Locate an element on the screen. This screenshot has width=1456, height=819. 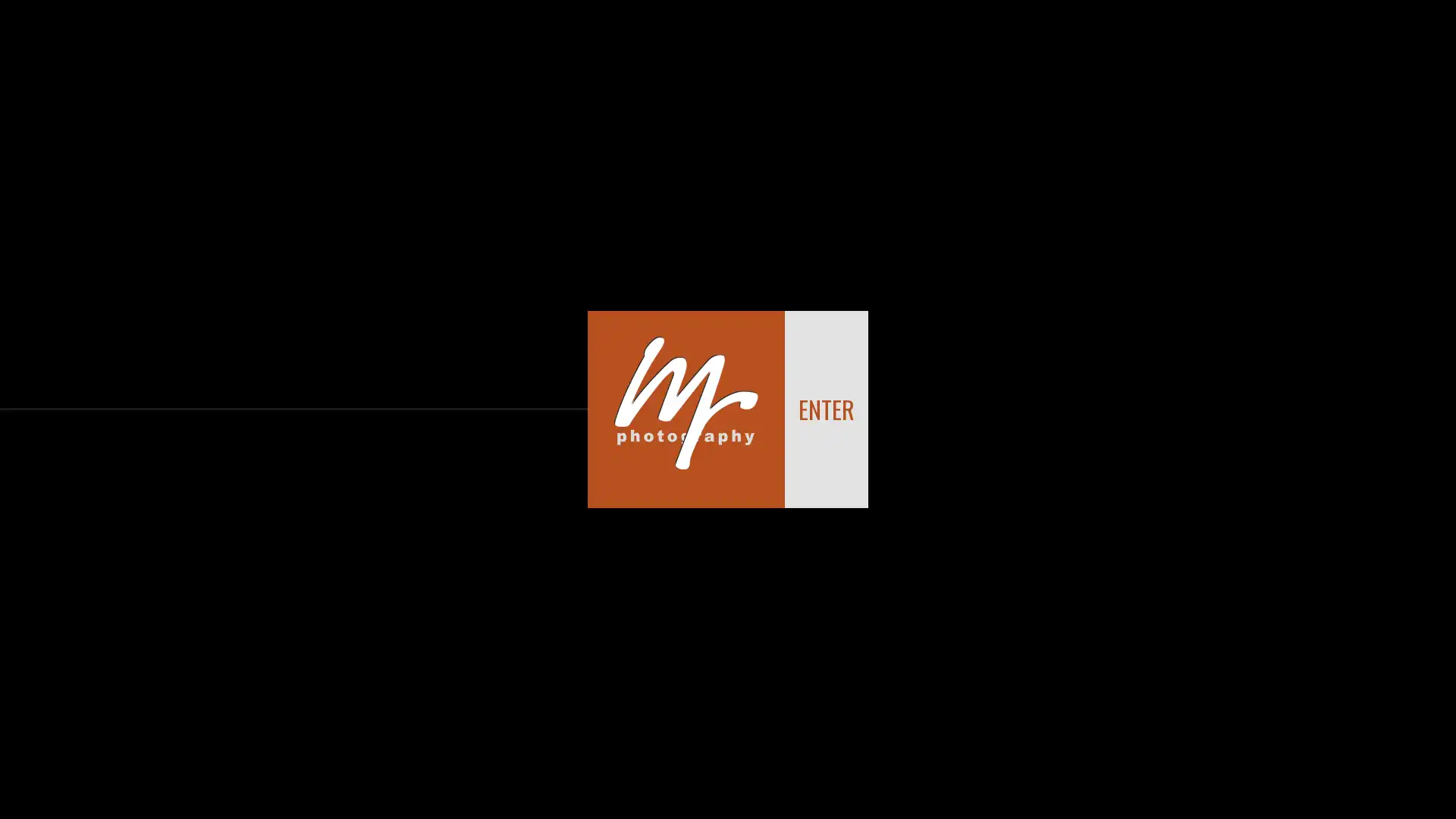
Clear is located at coordinates (482, 276).